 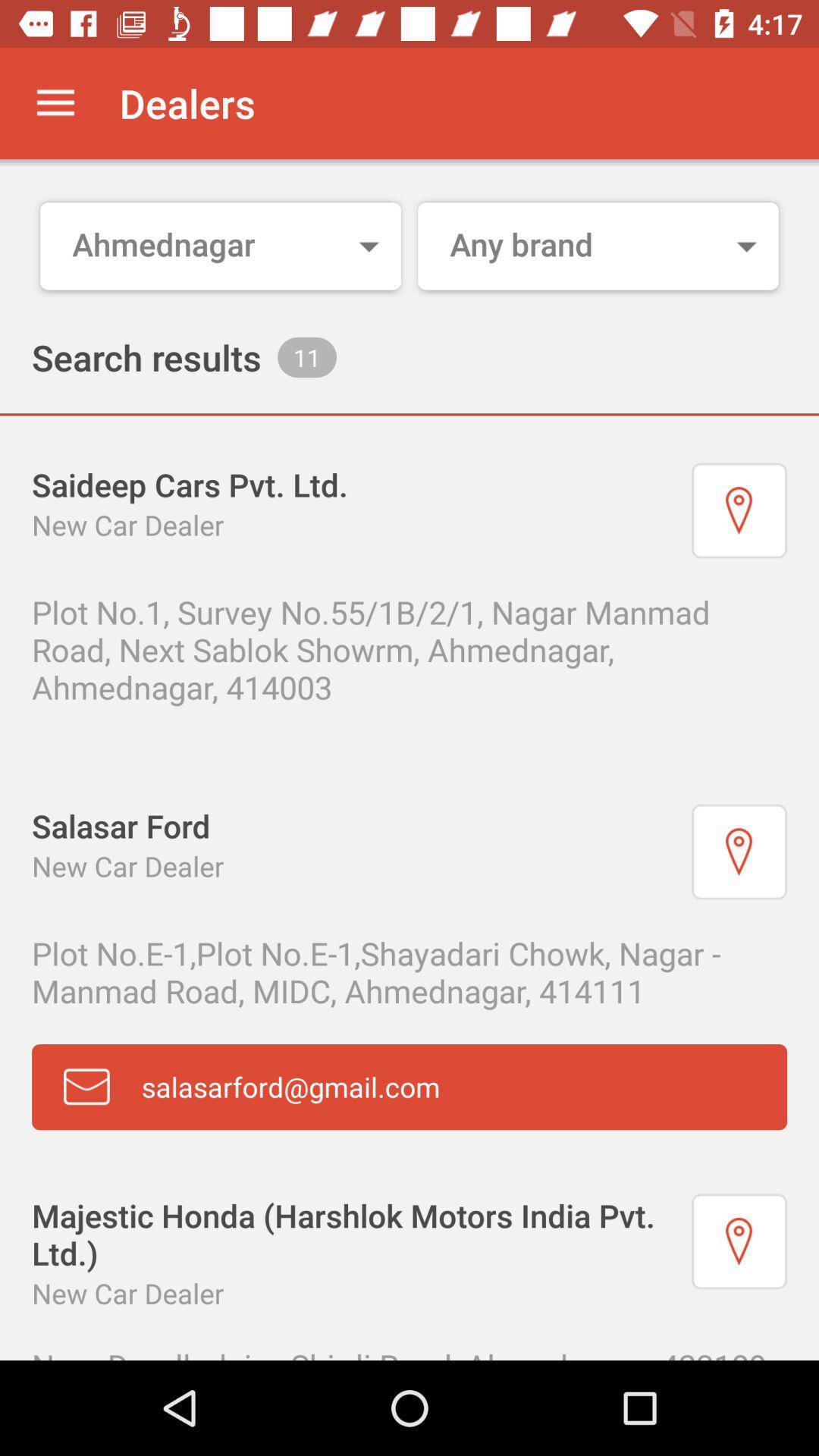 What do you see at coordinates (739, 852) in the screenshot?
I see `show location` at bounding box center [739, 852].